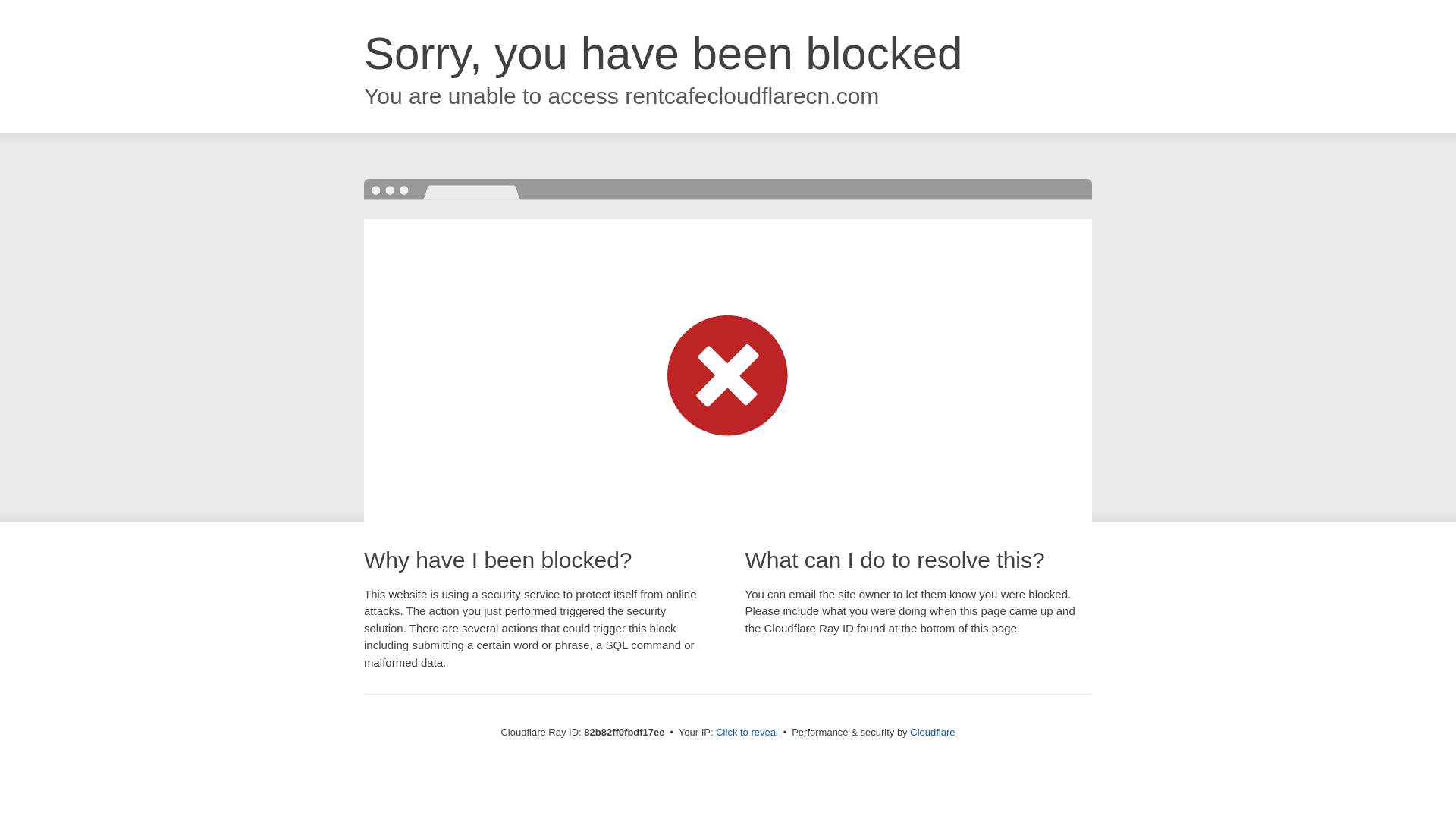 This screenshot has height=819, width=1456. What do you see at coordinates (746, 731) in the screenshot?
I see `'Click to reveal'` at bounding box center [746, 731].